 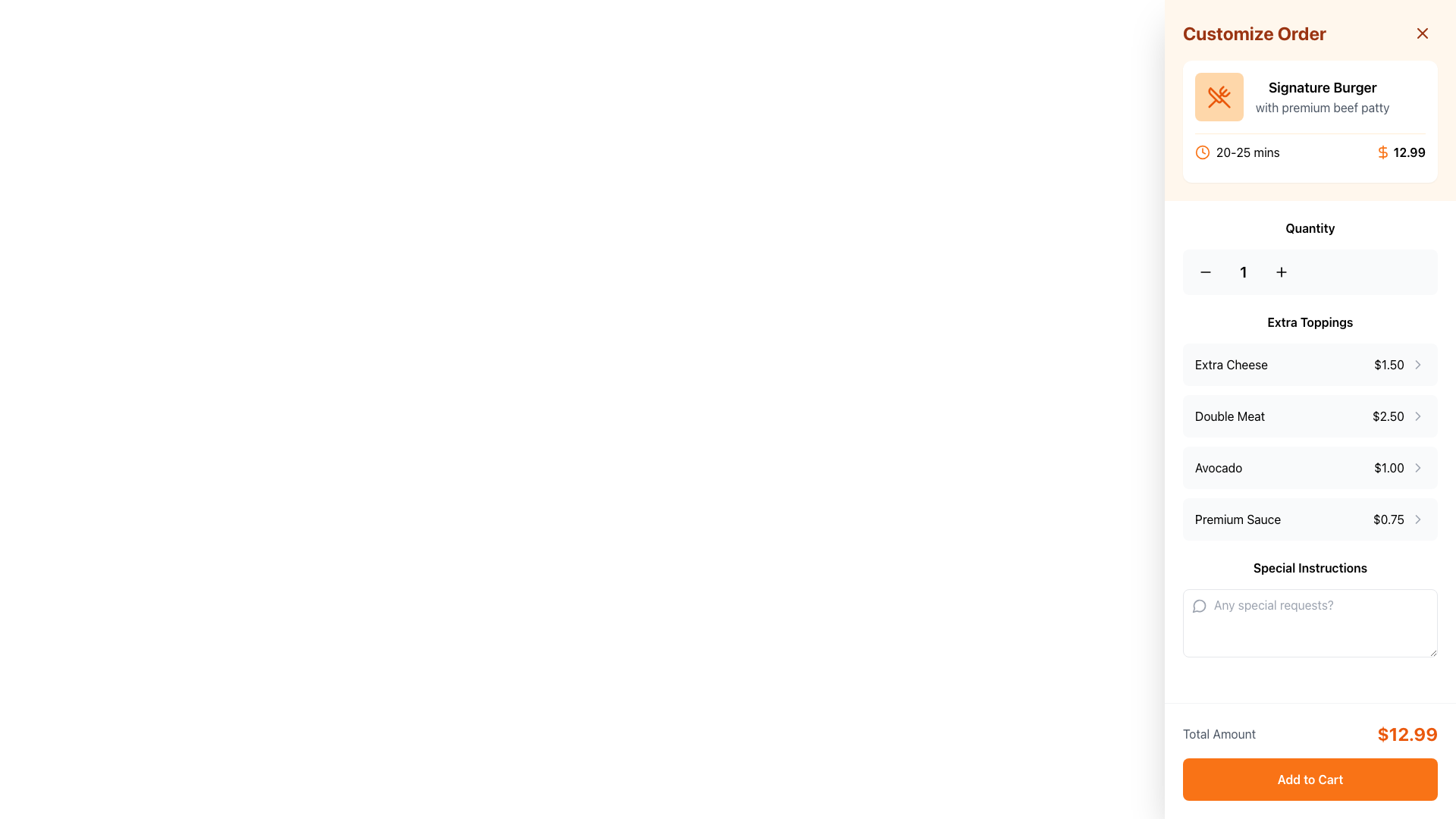 I want to click on the bold text label 'Extra Toppings' which serves as a header for the list of selectable options, located below the 'Quantity' section, so click(x=1310, y=321).